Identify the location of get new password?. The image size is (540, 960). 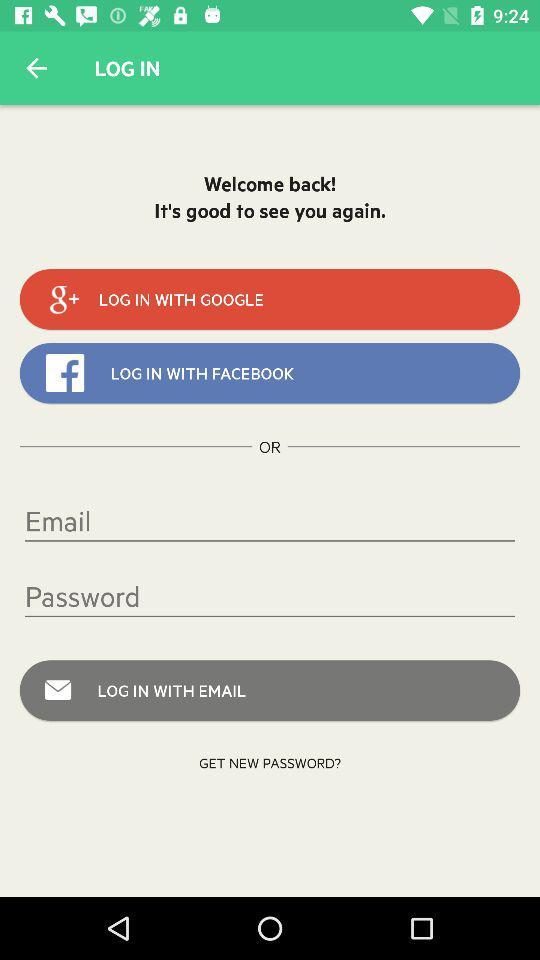
(270, 761).